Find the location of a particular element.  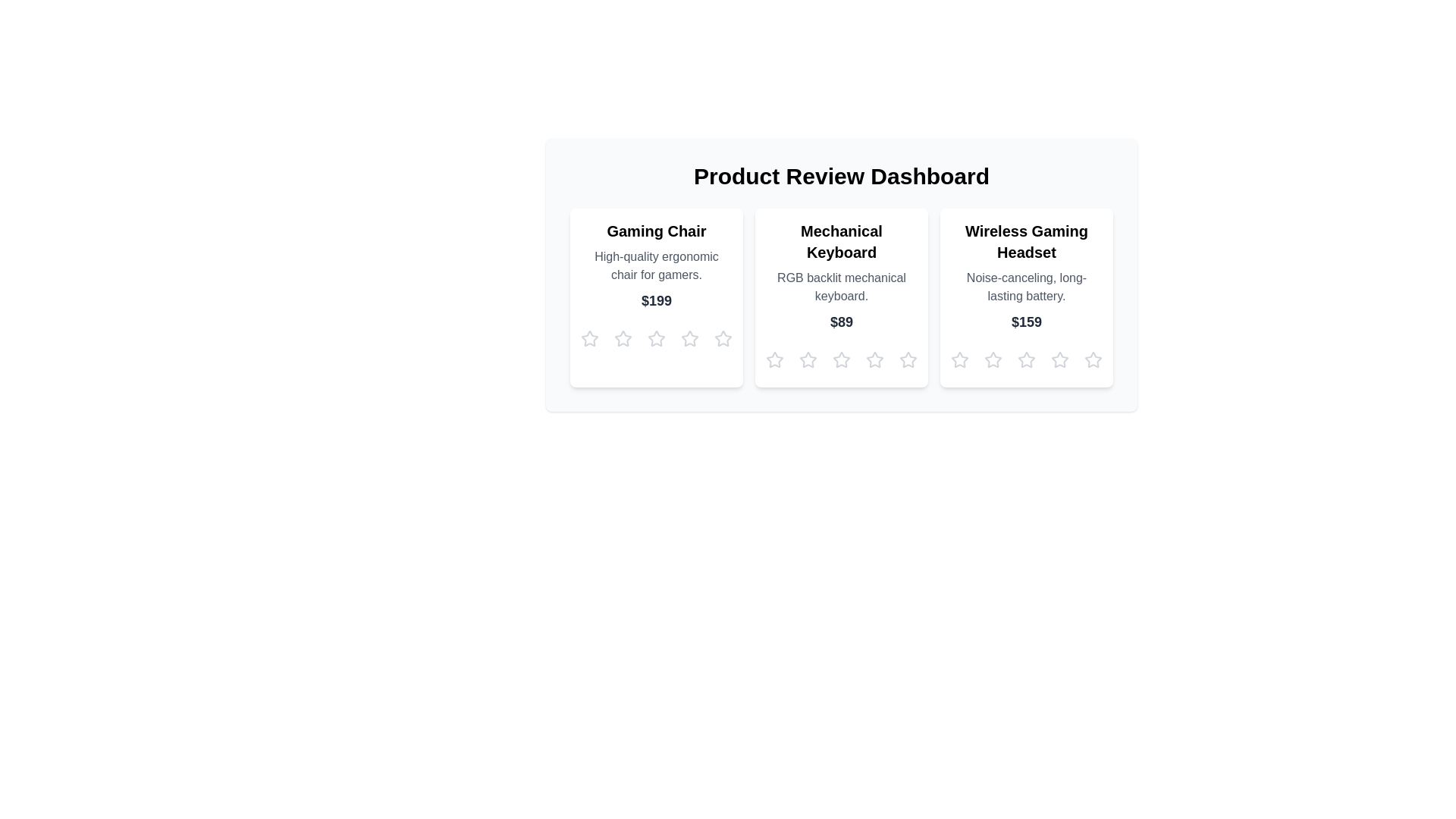

the star corresponding to 1 for the product Gaming Chair is located at coordinates (588, 338).